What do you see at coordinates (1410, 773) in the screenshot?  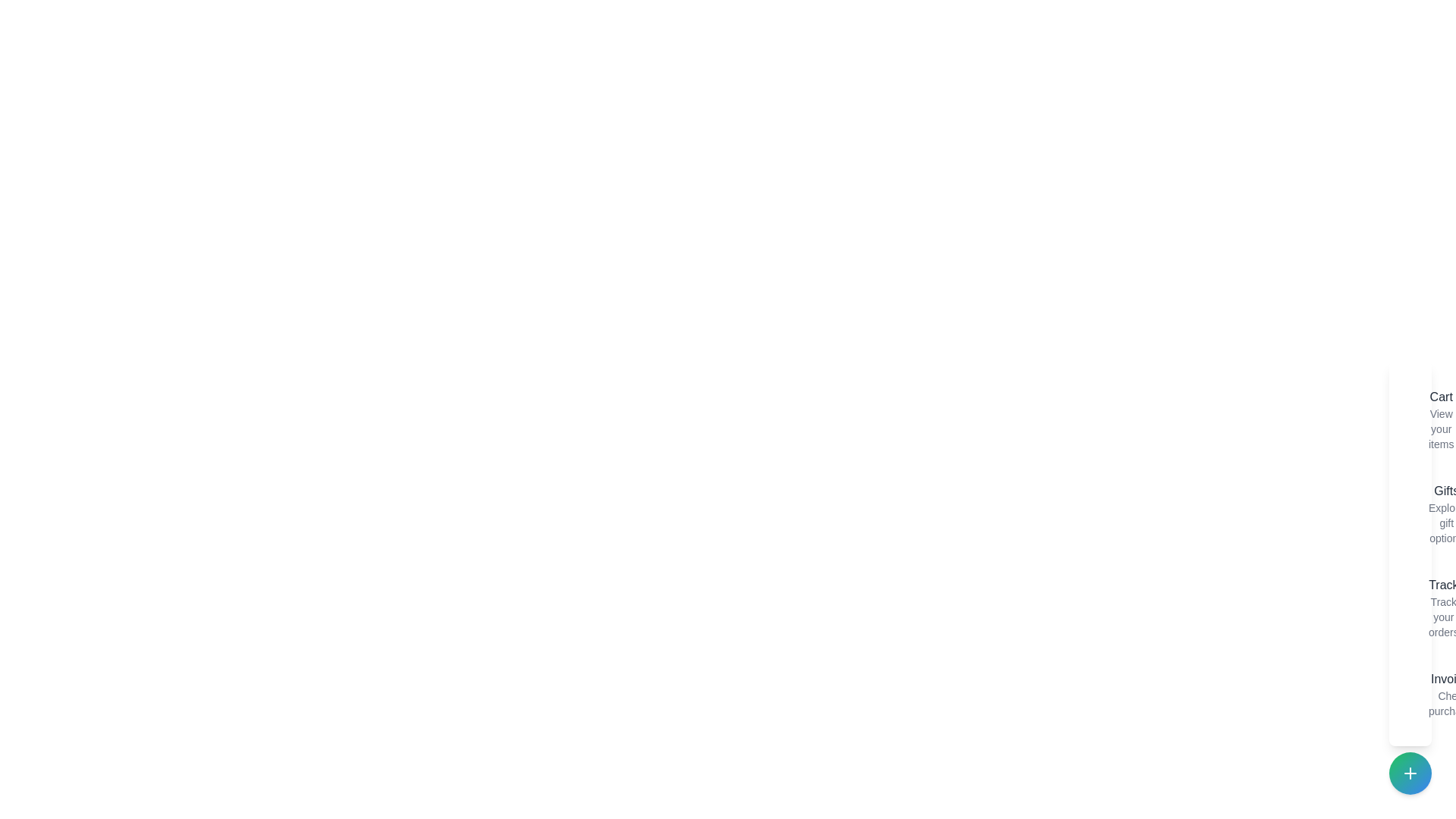 I see `the speed dial button to toggle the menu` at bounding box center [1410, 773].